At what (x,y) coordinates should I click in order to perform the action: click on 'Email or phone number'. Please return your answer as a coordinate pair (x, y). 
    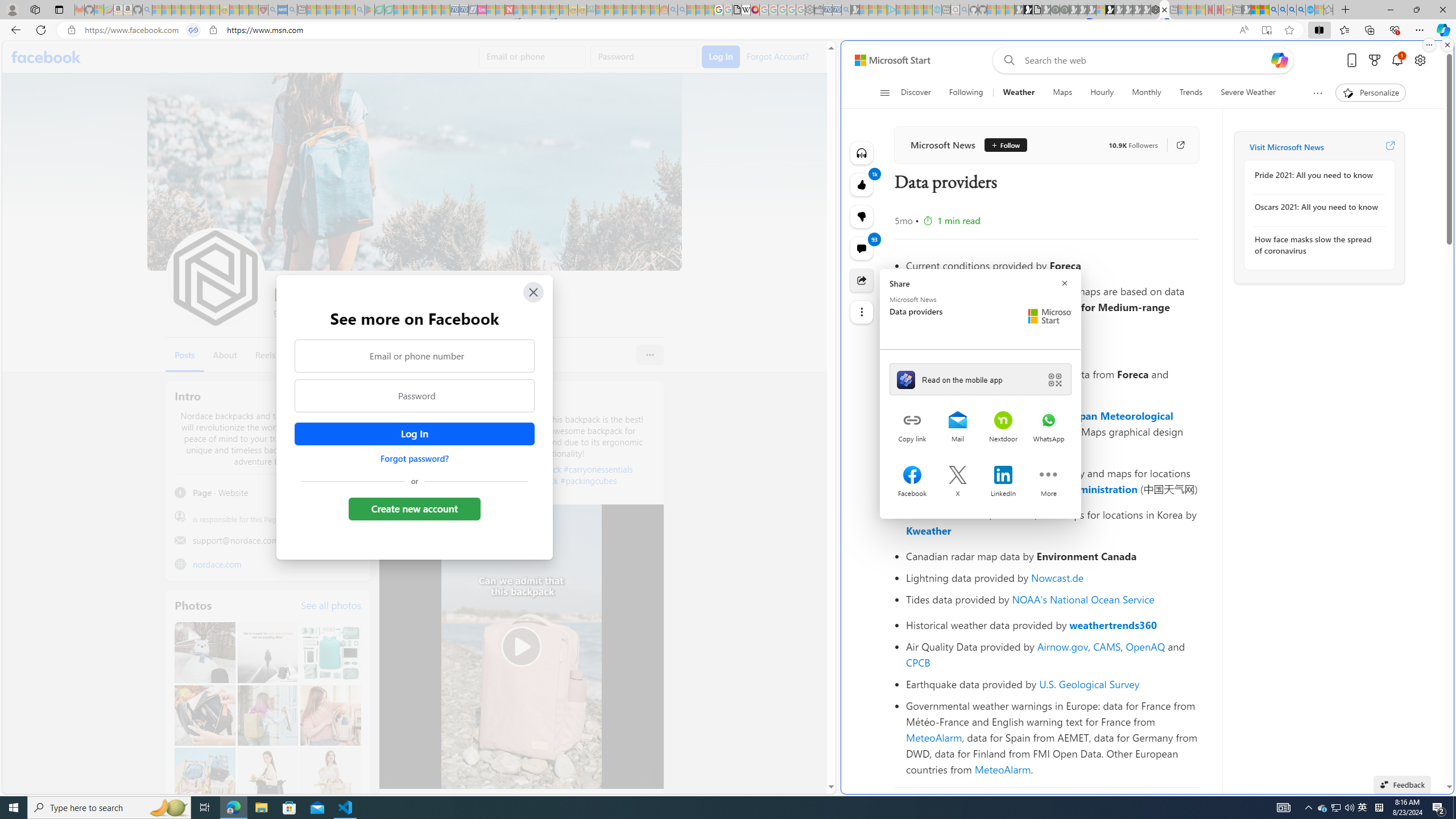
    Looking at the image, I should click on (415, 355).